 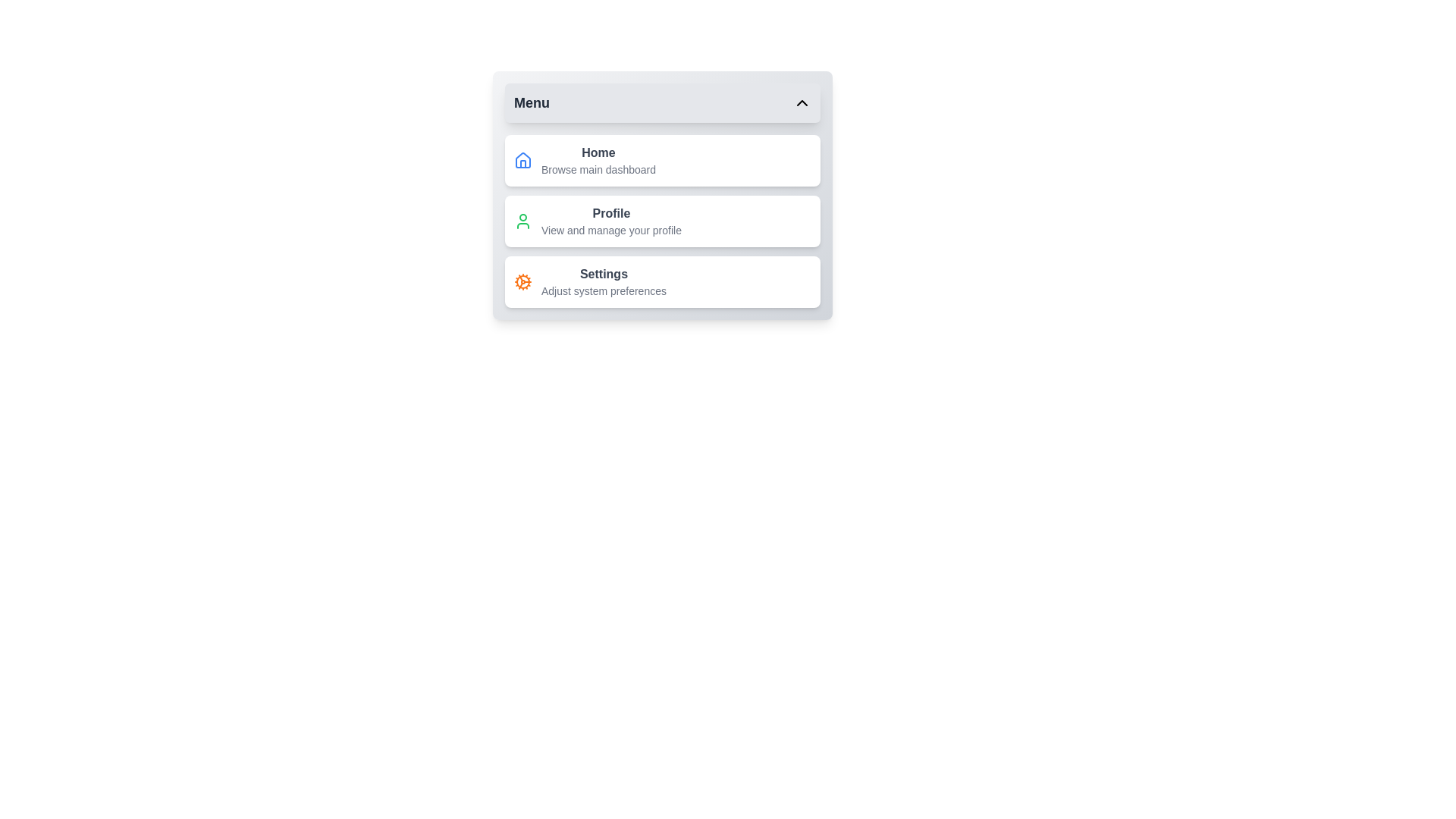 I want to click on the menu item Settings from the menu, so click(x=662, y=281).